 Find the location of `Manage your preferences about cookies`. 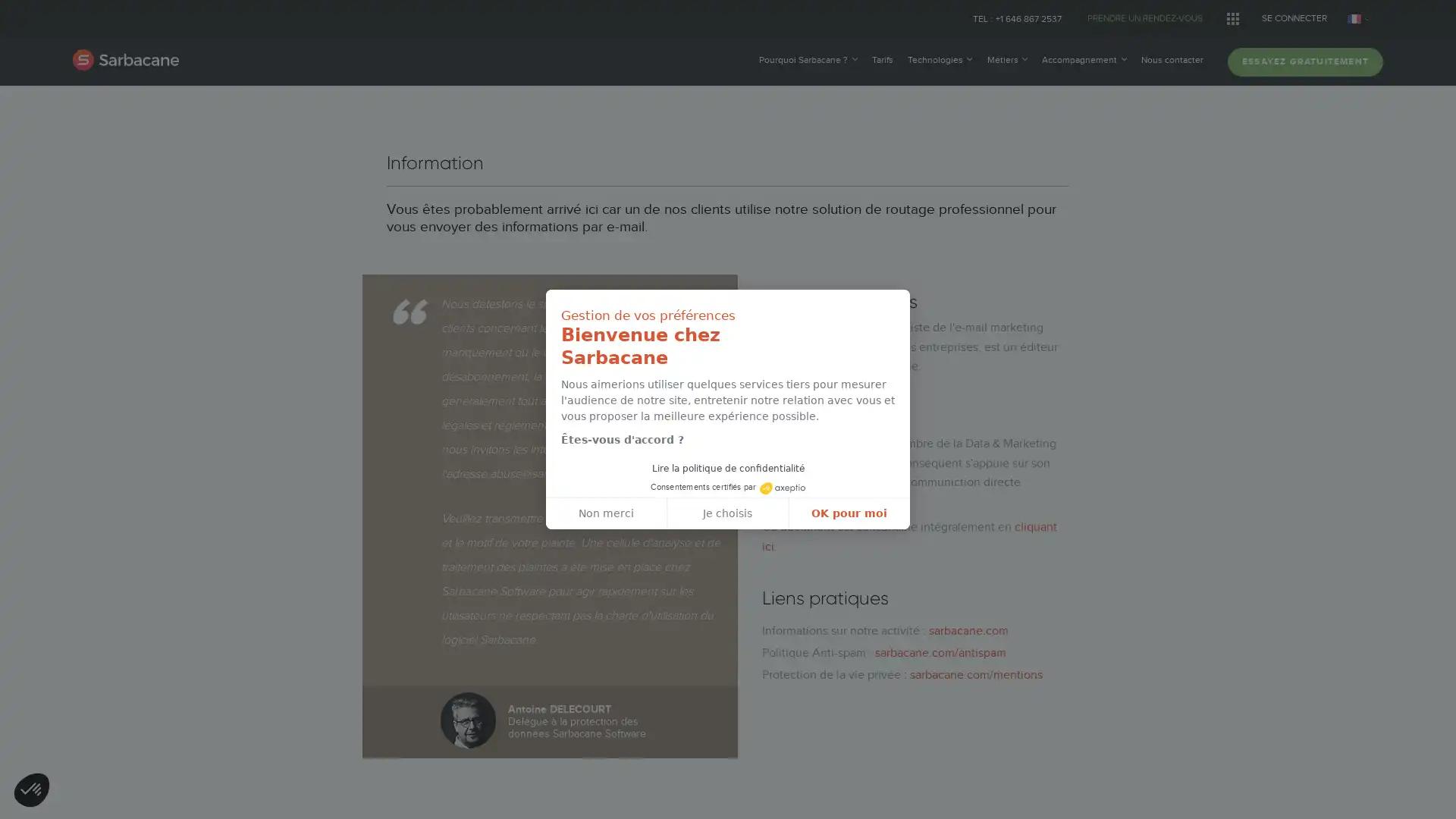

Manage your preferences about cookies is located at coordinates (32, 790).